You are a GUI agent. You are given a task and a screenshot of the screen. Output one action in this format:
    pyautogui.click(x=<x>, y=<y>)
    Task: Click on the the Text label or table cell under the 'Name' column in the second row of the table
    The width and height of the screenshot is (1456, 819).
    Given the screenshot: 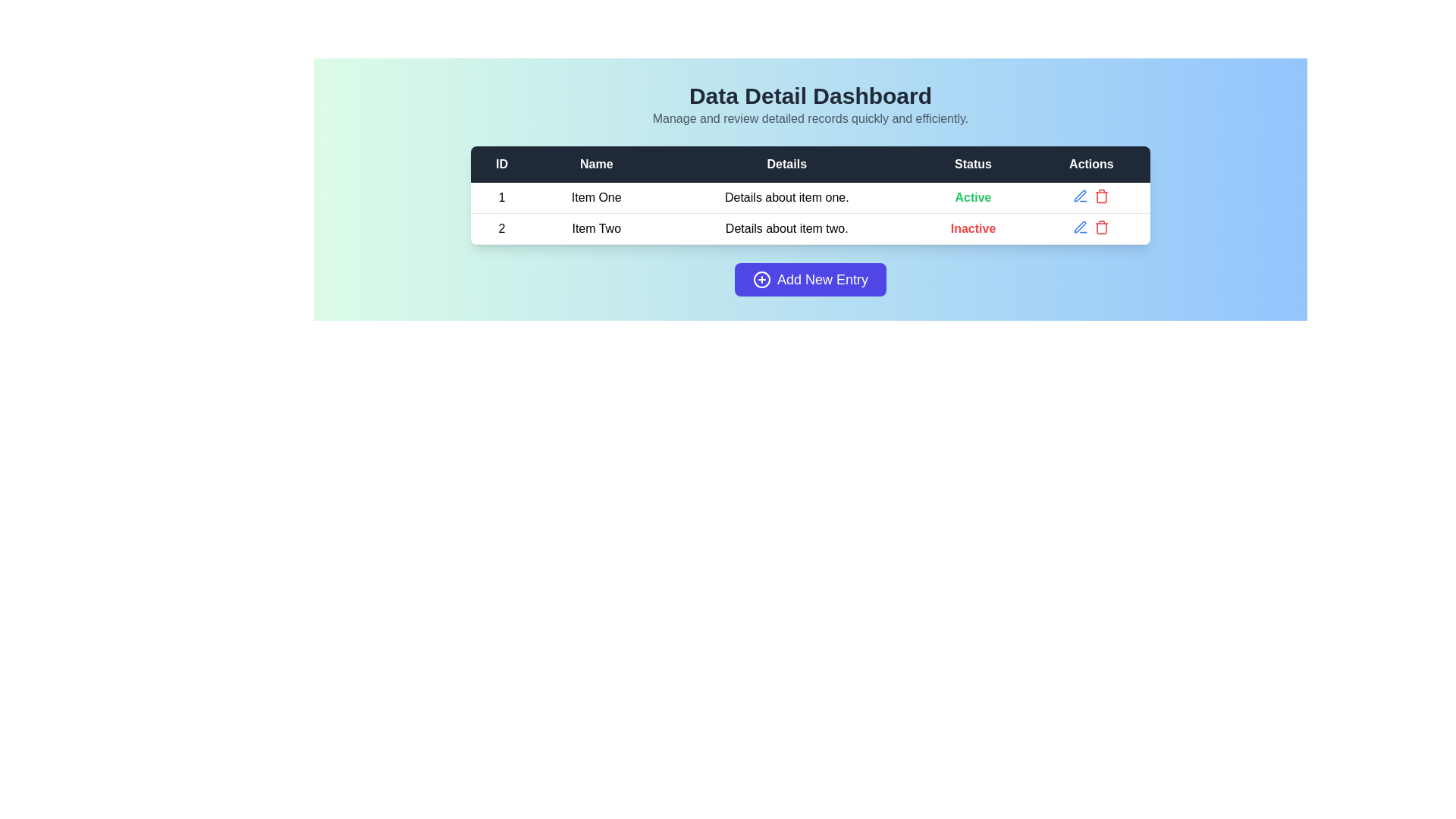 What is the action you would take?
    pyautogui.click(x=595, y=228)
    